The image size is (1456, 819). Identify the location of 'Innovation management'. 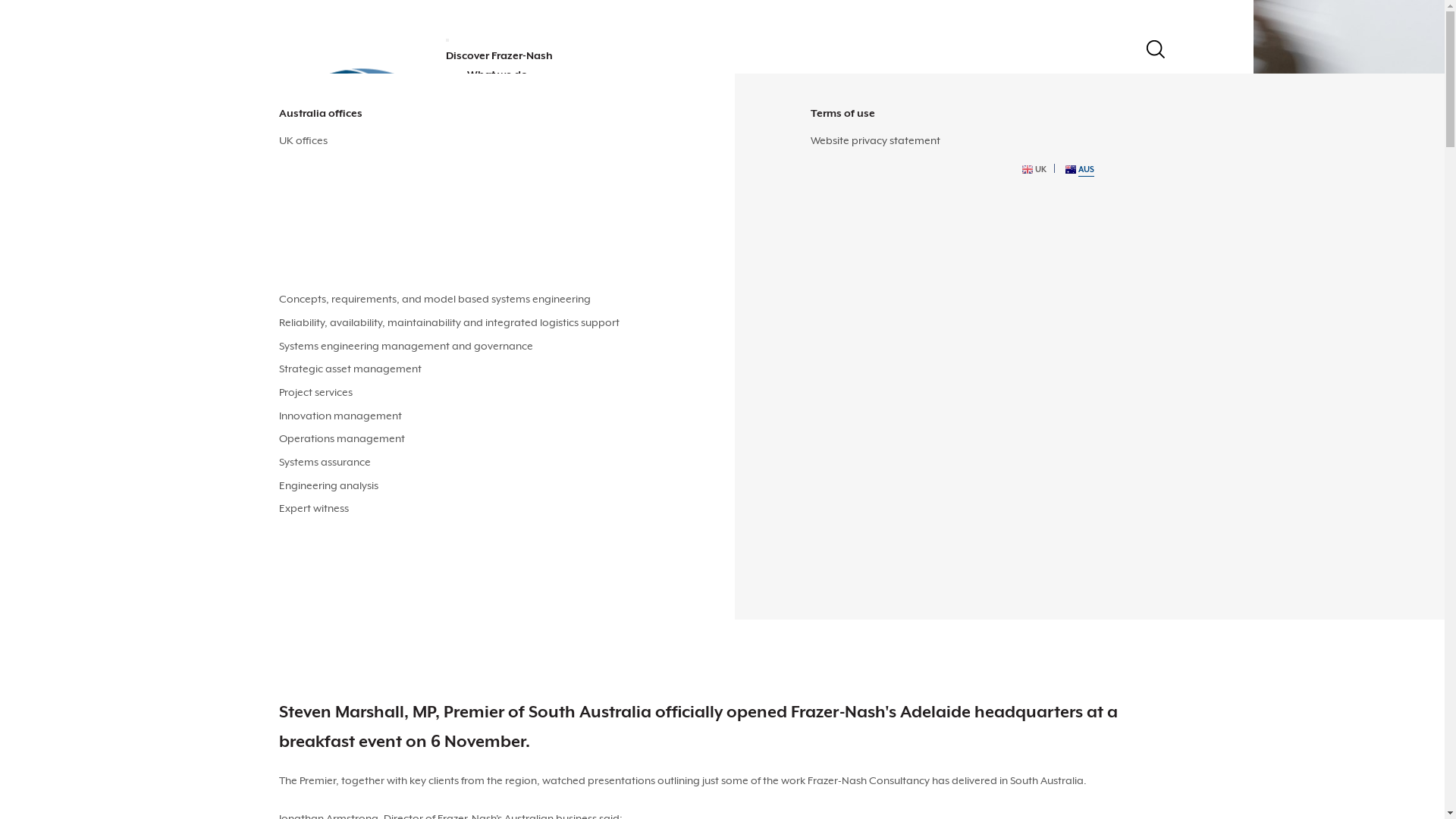
(340, 415).